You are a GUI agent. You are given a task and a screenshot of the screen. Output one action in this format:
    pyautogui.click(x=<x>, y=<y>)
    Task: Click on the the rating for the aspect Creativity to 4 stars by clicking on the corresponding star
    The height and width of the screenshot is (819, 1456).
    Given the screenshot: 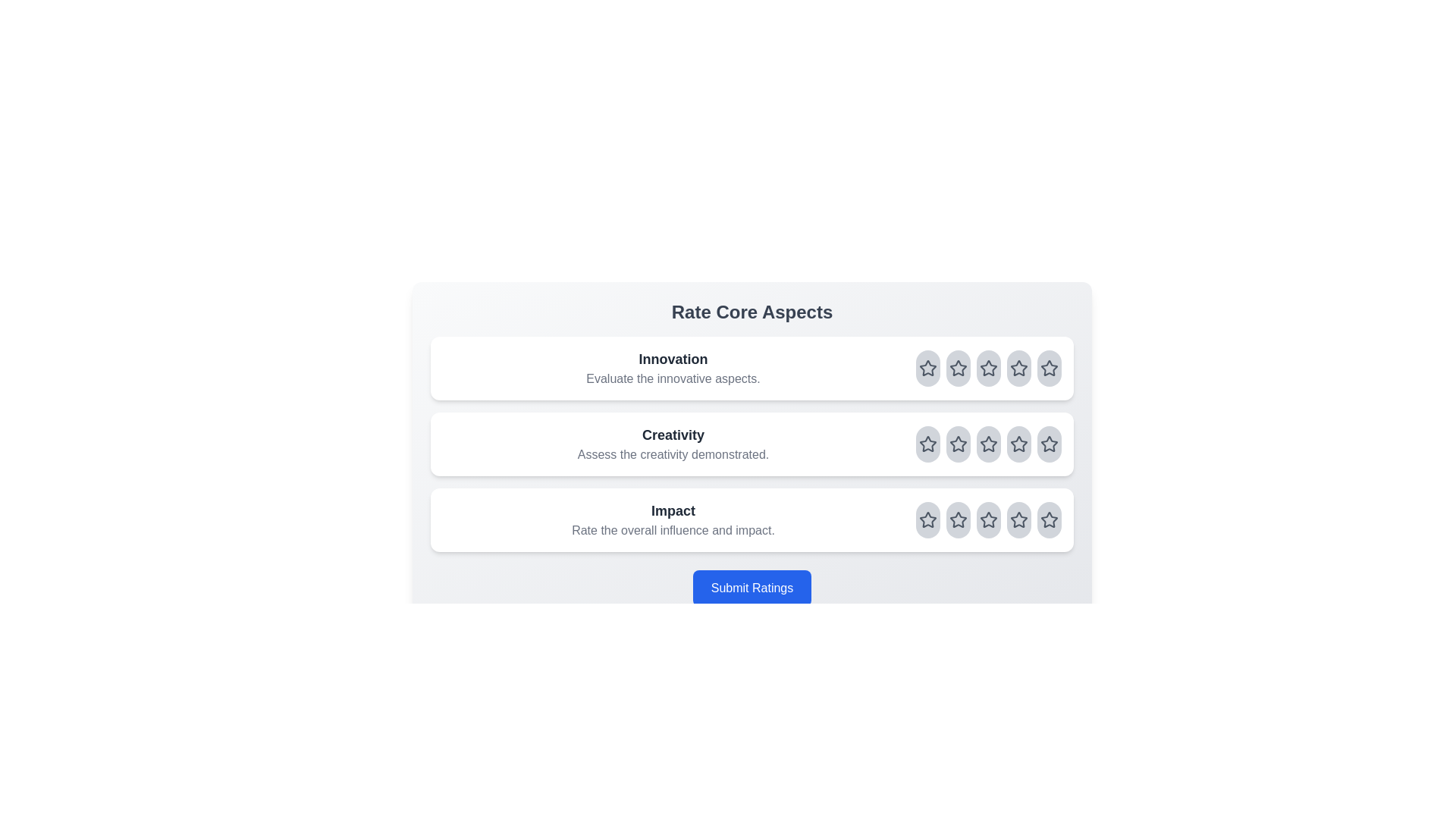 What is the action you would take?
    pyautogui.click(x=1019, y=444)
    